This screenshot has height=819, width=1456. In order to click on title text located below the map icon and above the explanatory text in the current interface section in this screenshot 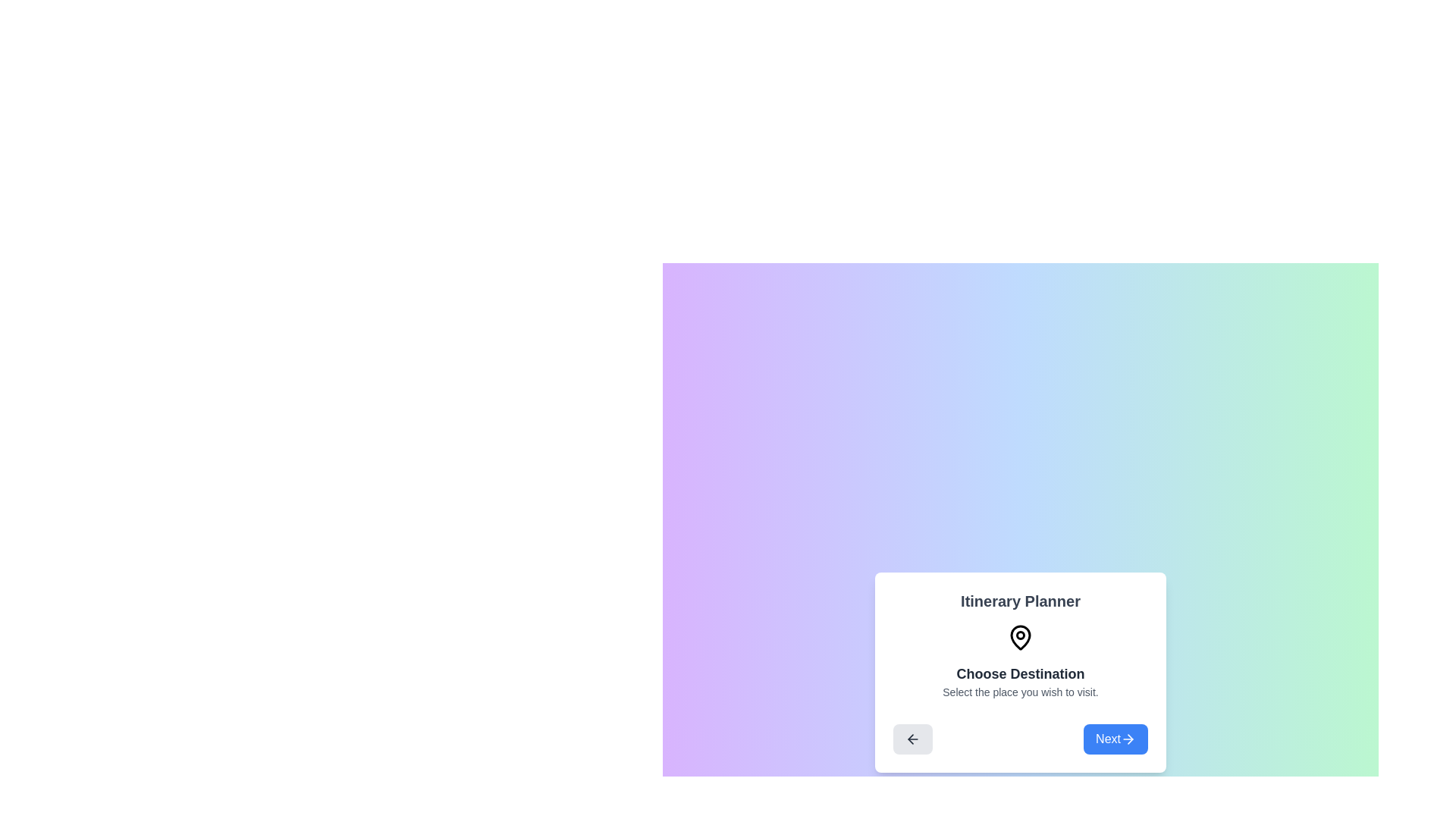, I will do `click(1020, 673)`.